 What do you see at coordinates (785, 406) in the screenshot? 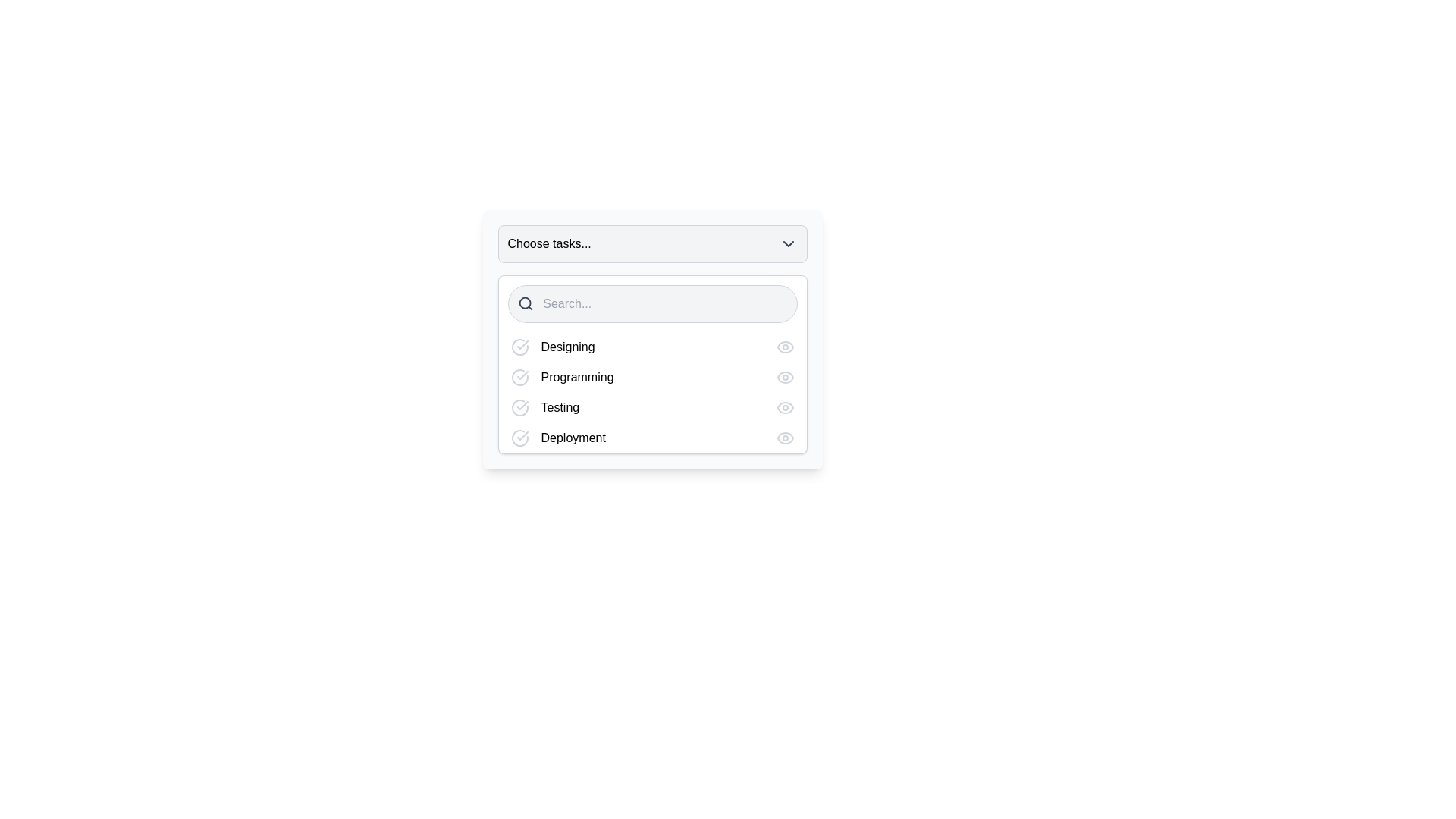
I see `the SVG icon button located to the far right of the row labeled 'Testing'` at bounding box center [785, 406].